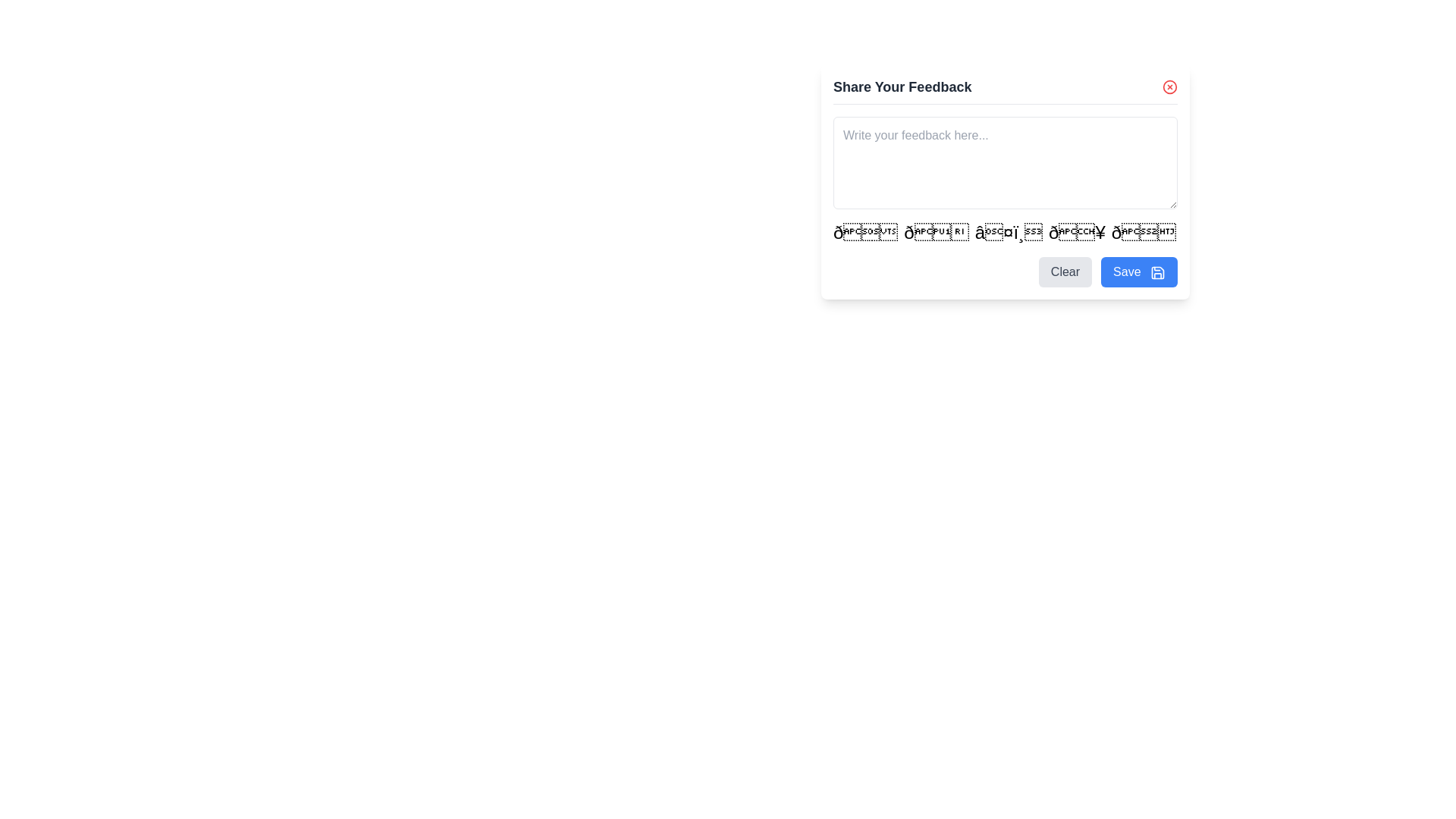  What do you see at coordinates (1005, 233) in the screenshot?
I see `the Interactive emoji list by clicking on it to reveal options for emoji selection, as it is positioned below the text input box and above the 'Clear' and 'Save' buttons` at bounding box center [1005, 233].